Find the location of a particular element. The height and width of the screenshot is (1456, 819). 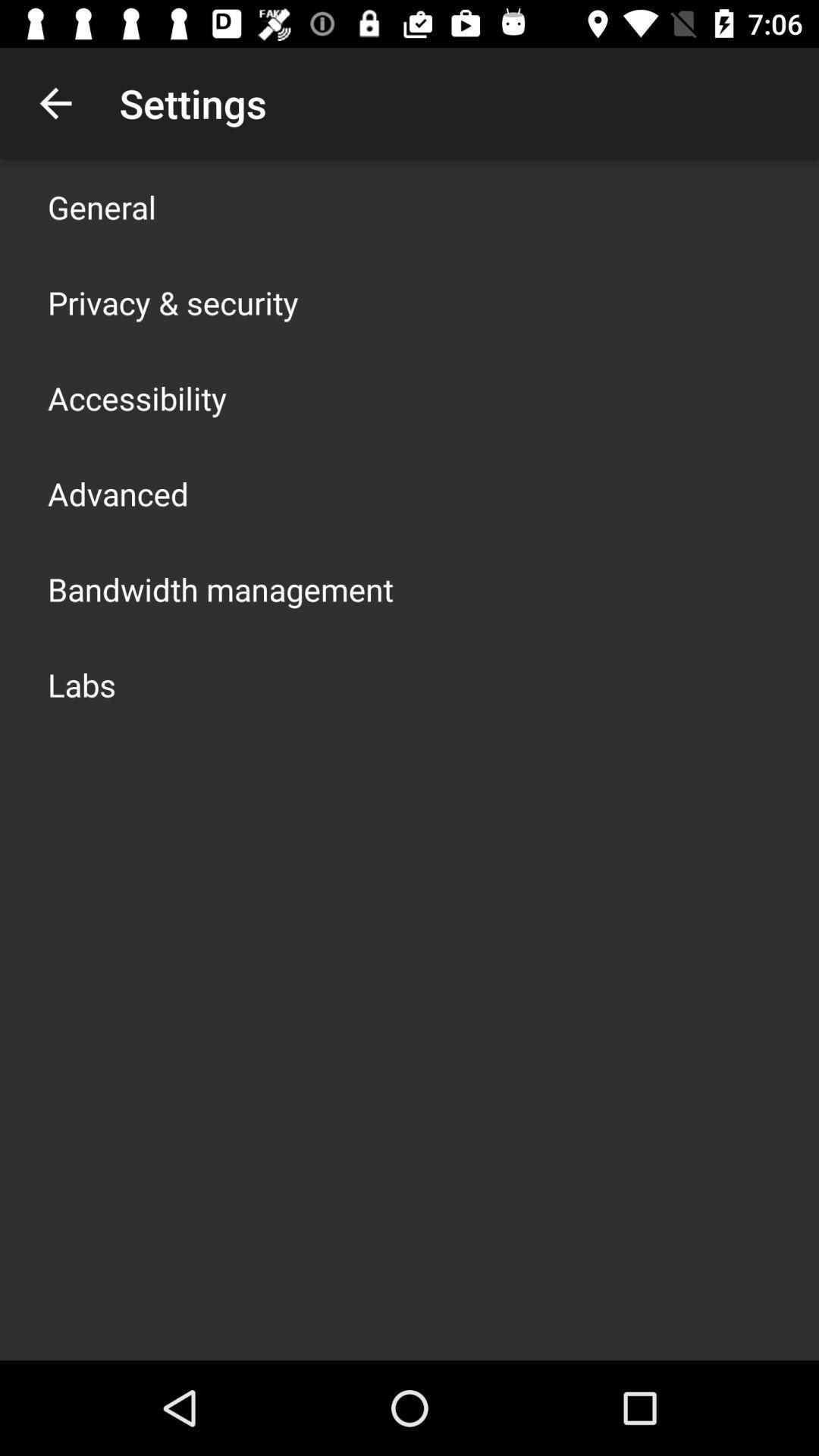

icon next to settings item is located at coordinates (55, 102).